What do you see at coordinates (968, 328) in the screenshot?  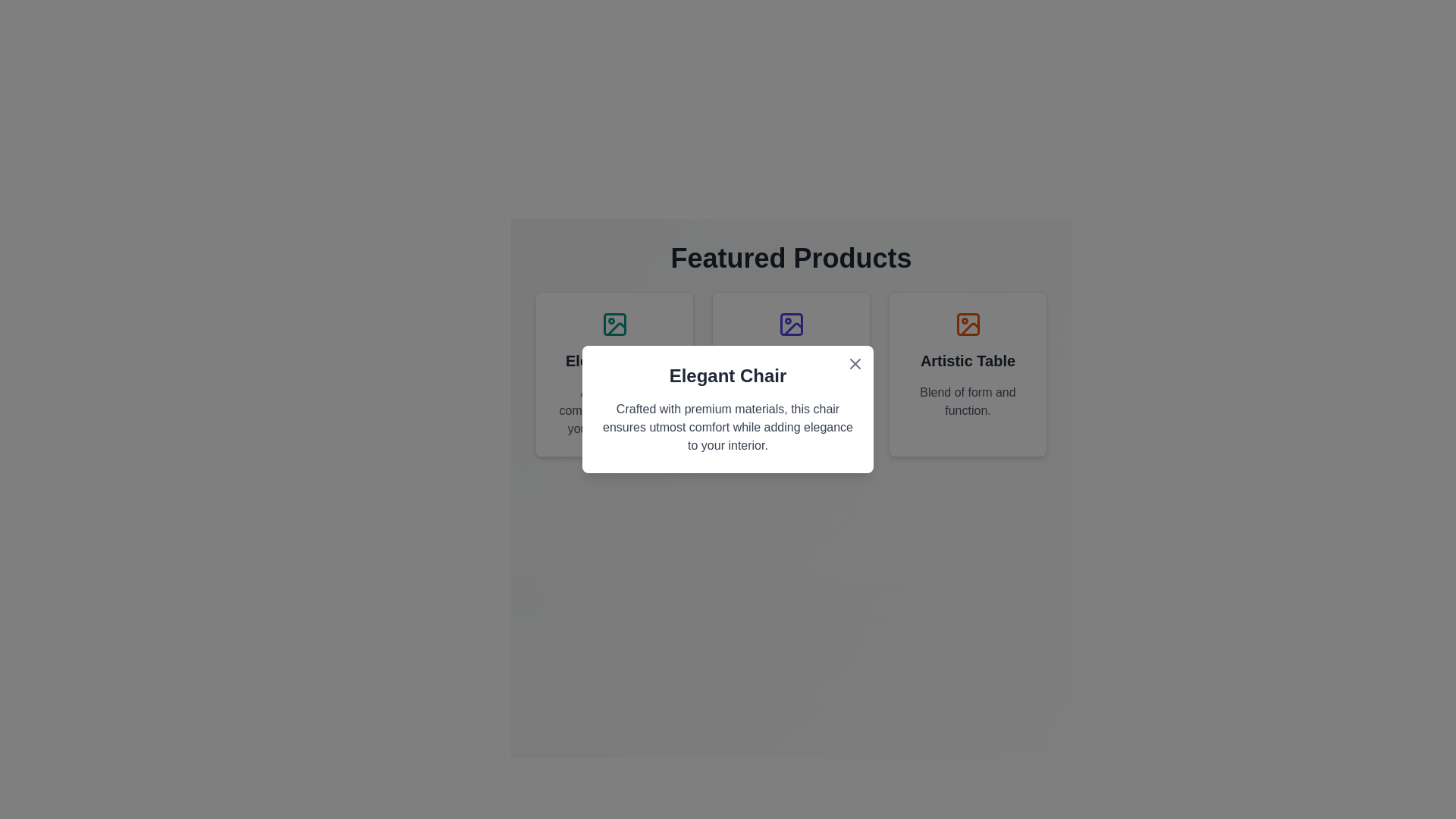 I see `the mountain icon in the third product card of the 'Featured Products' section, which symbolizes the 'Artistic Table' card` at bounding box center [968, 328].